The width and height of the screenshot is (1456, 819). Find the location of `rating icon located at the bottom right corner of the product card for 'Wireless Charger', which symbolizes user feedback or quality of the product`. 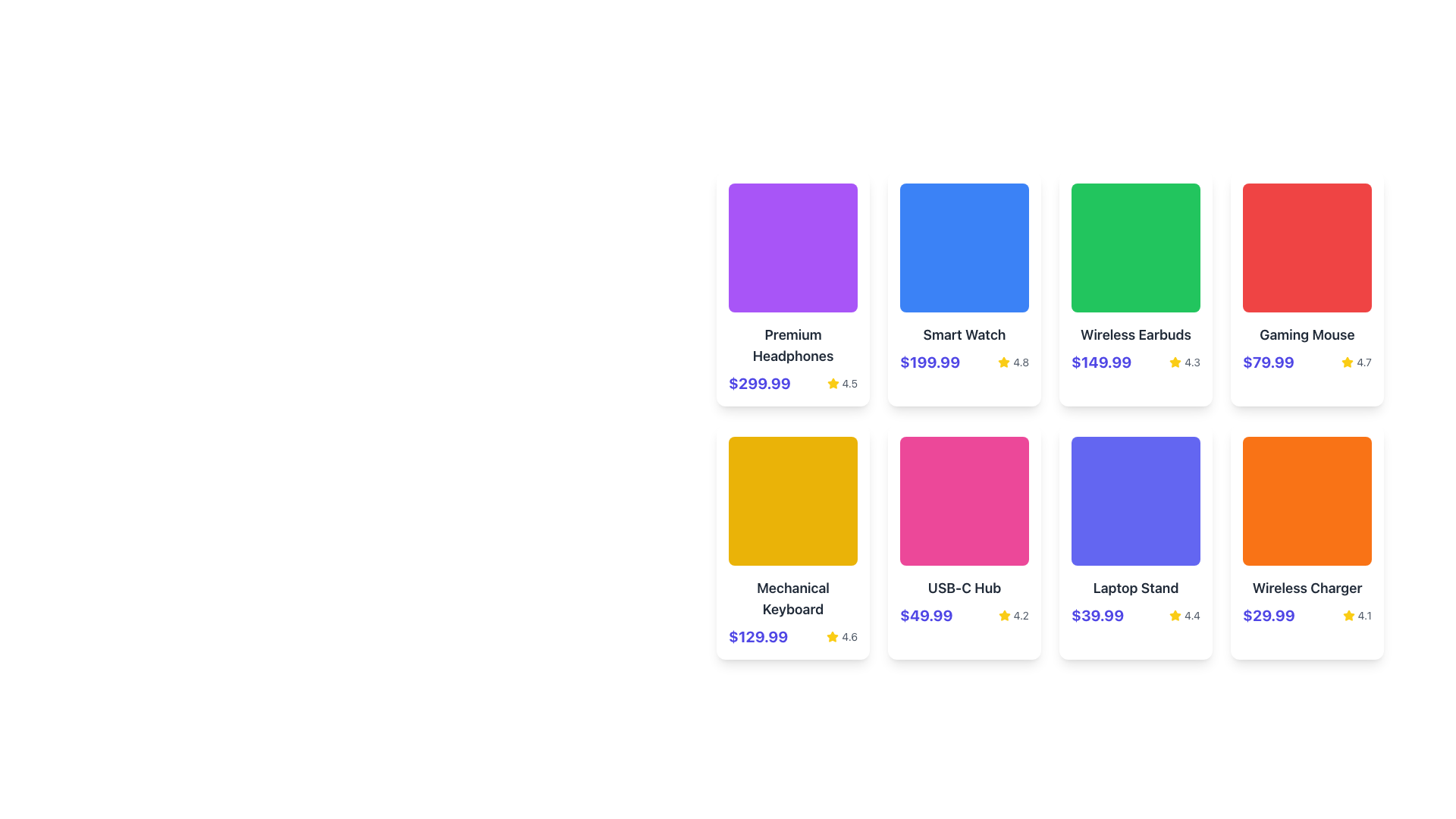

rating icon located at the bottom right corner of the product card for 'Wireless Charger', which symbolizes user feedback or quality of the product is located at coordinates (1348, 615).